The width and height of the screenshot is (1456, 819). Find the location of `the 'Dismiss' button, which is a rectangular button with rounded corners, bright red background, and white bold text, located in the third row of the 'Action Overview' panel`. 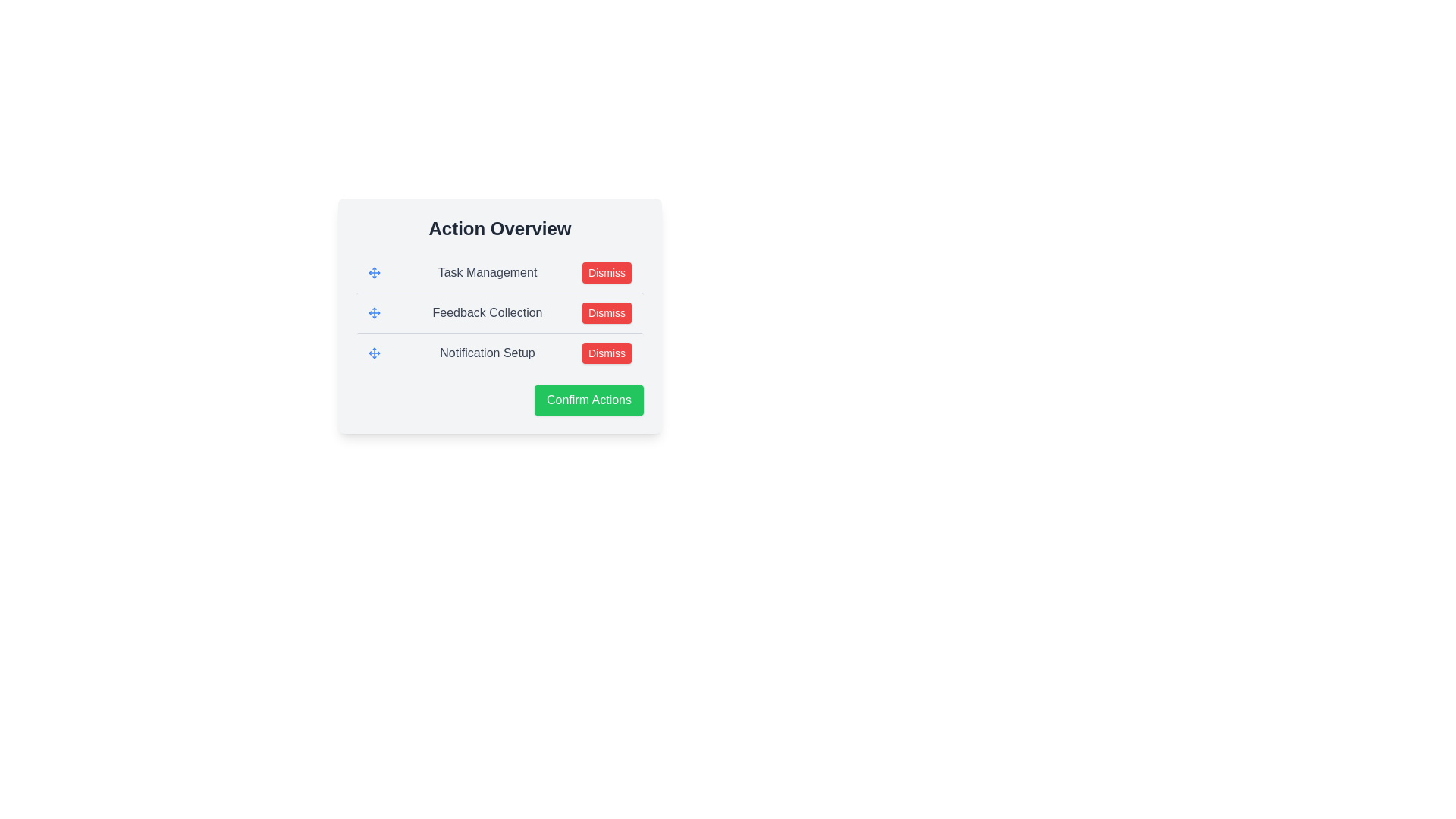

the 'Dismiss' button, which is a rectangular button with rounded corners, bright red background, and white bold text, located in the third row of the 'Action Overview' panel is located at coordinates (607, 312).